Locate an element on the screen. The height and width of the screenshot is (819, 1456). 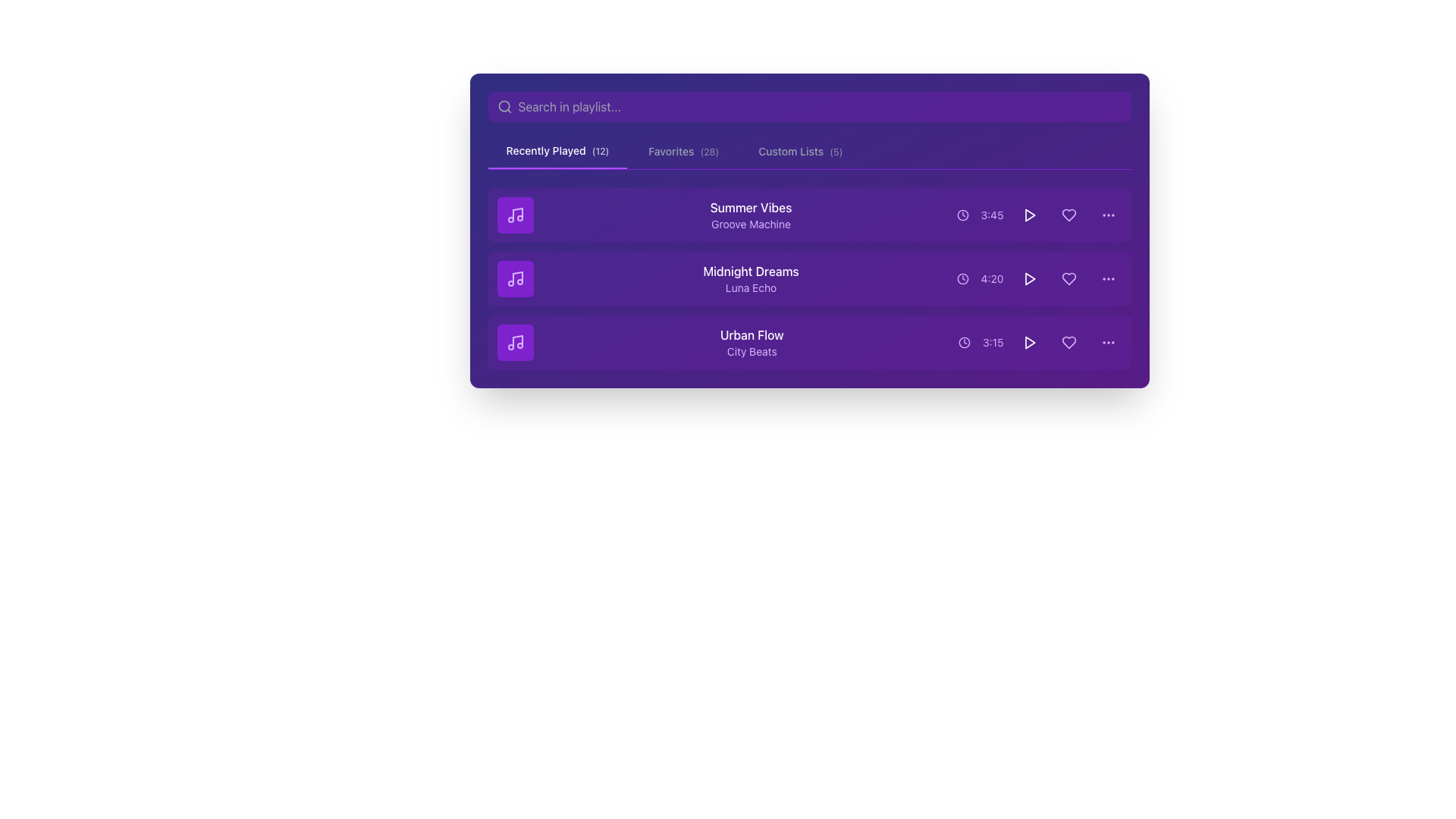
the heart icon button located to the right of the '3:15' timestamp in the 'Urban Flow' playlist to mark the item as liked or added to favorites is located at coordinates (1068, 342).